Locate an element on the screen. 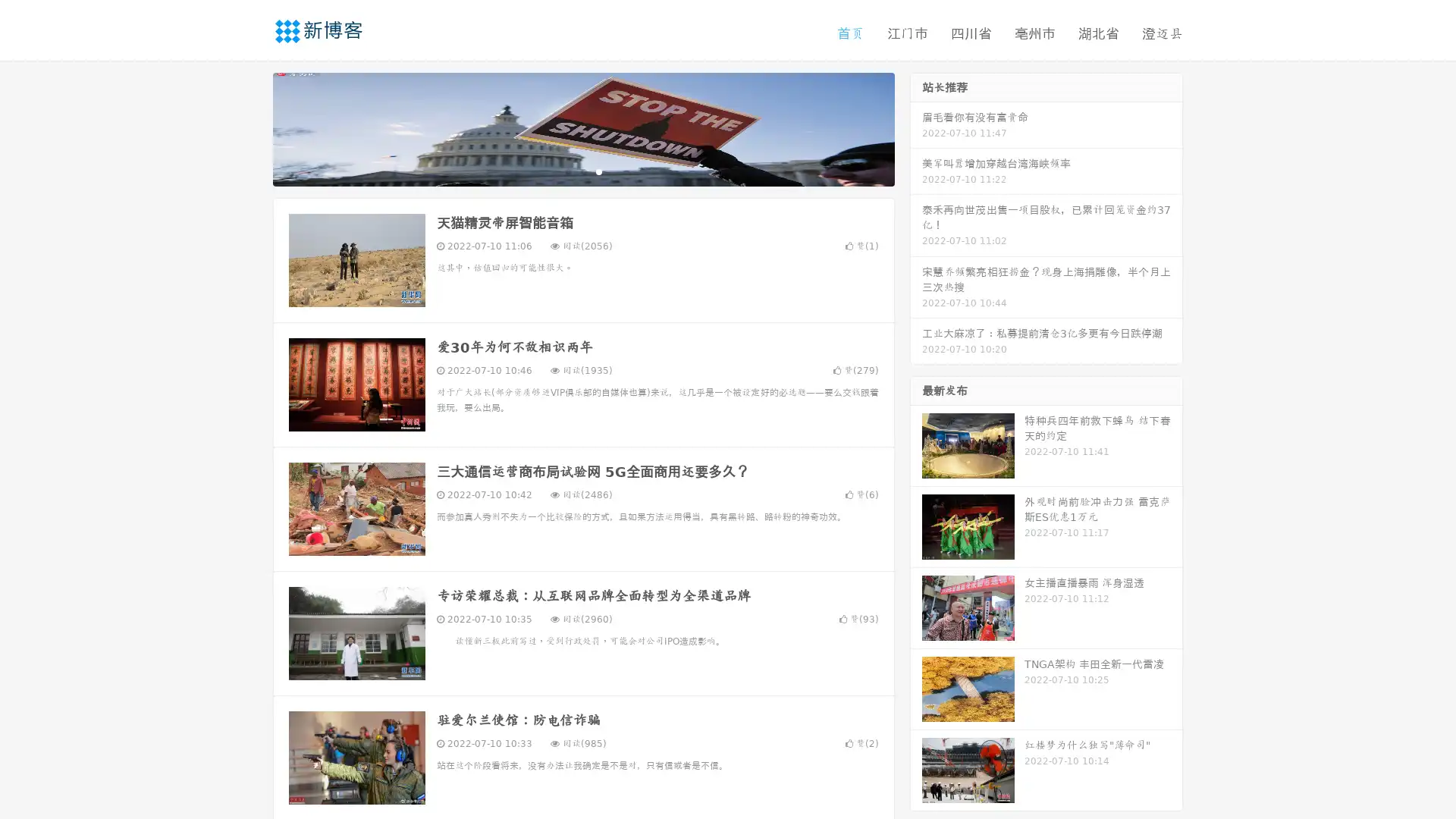 The image size is (1456, 819). Go to slide 2 is located at coordinates (582, 171).